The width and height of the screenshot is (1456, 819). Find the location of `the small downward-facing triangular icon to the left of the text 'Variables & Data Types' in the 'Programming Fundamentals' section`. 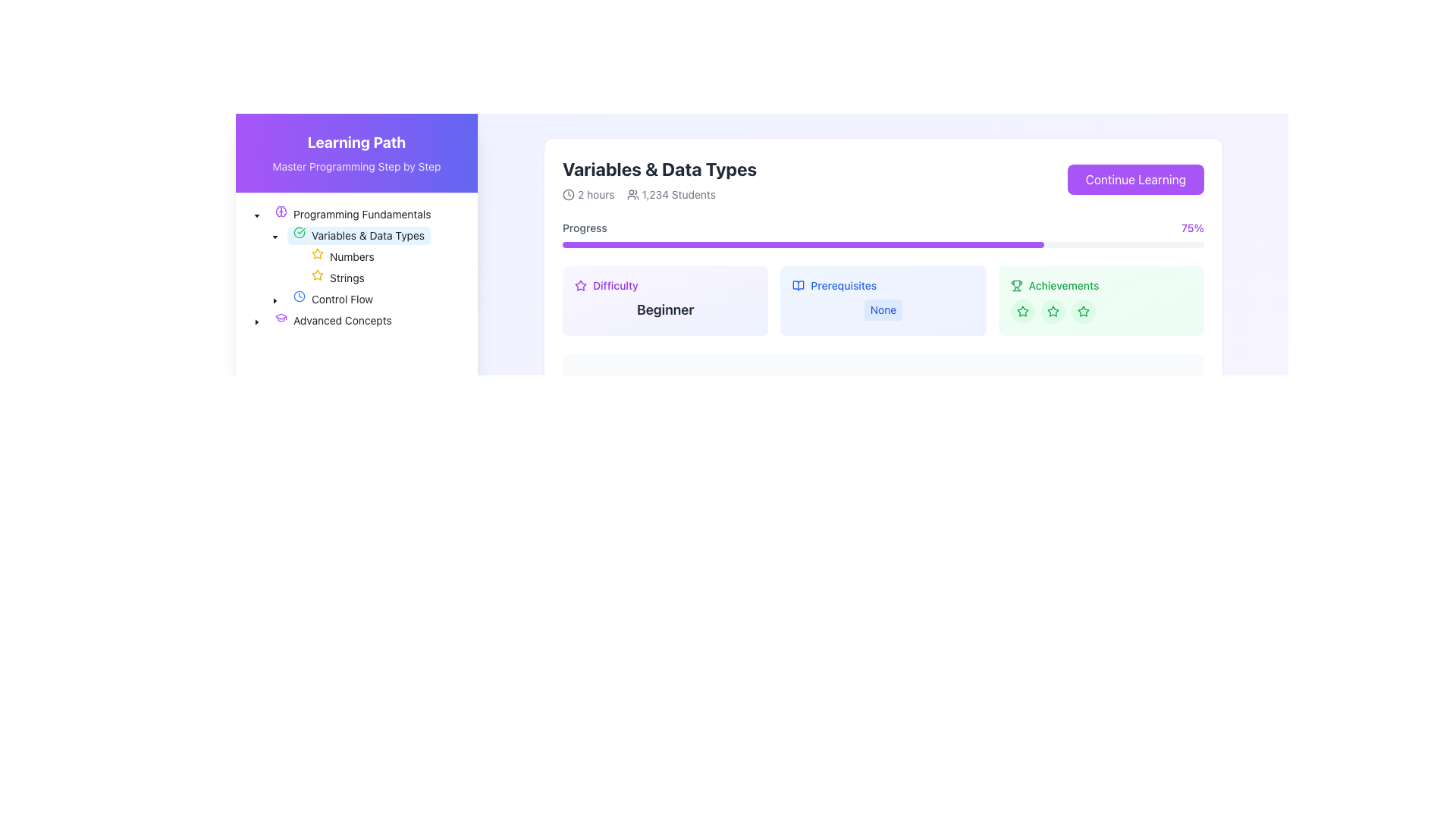

the small downward-facing triangular icon to the left of the text 'Variables & Data Types' in the 'Programming Fundamentals' section is located at coordinates (275, 237).